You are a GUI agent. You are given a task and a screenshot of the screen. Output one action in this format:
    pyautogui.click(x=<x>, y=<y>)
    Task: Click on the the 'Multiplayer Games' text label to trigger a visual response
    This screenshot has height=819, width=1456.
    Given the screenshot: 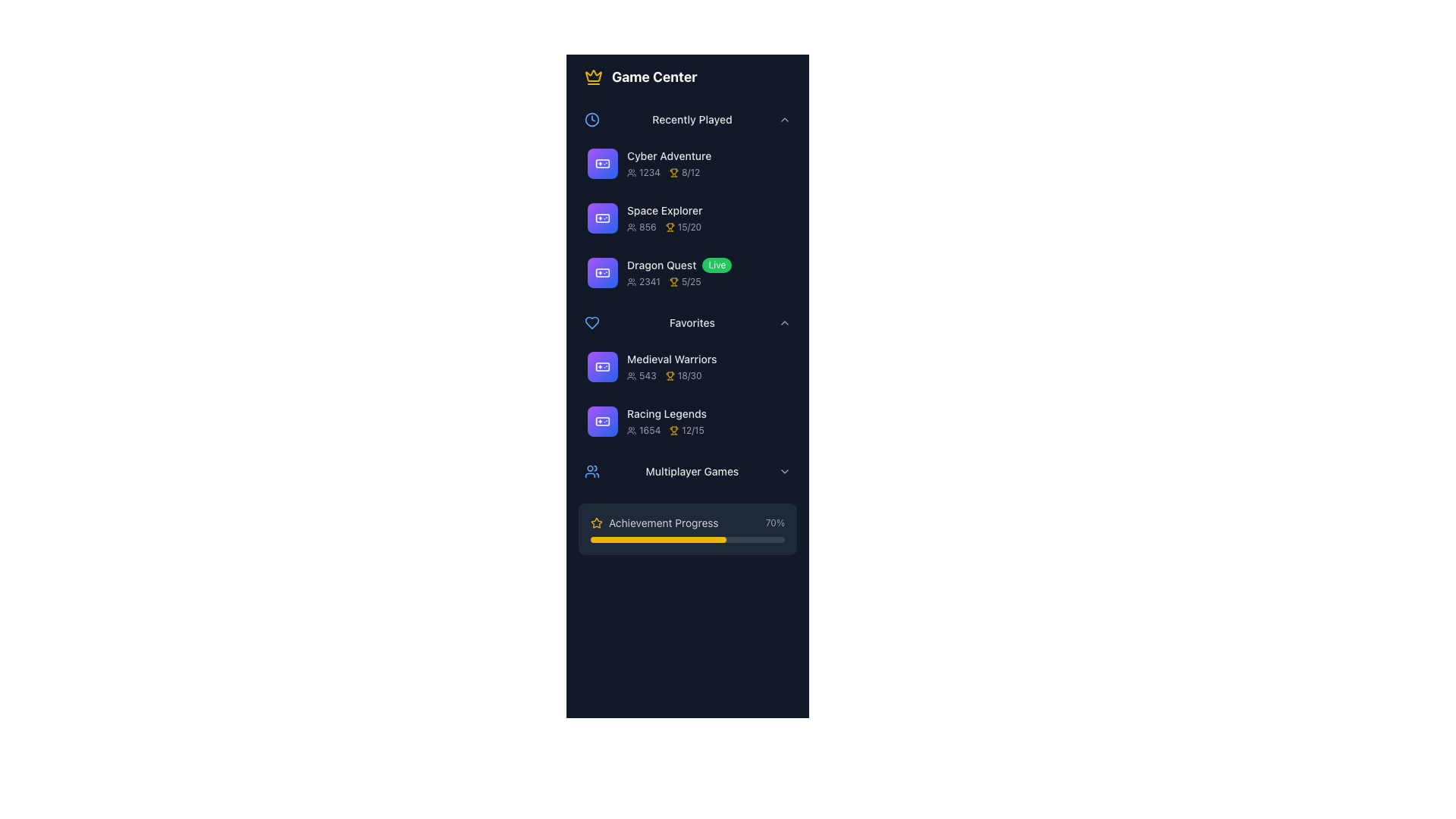 What is the action you would take?
    pyautogui.click(x=691, y=470)
    